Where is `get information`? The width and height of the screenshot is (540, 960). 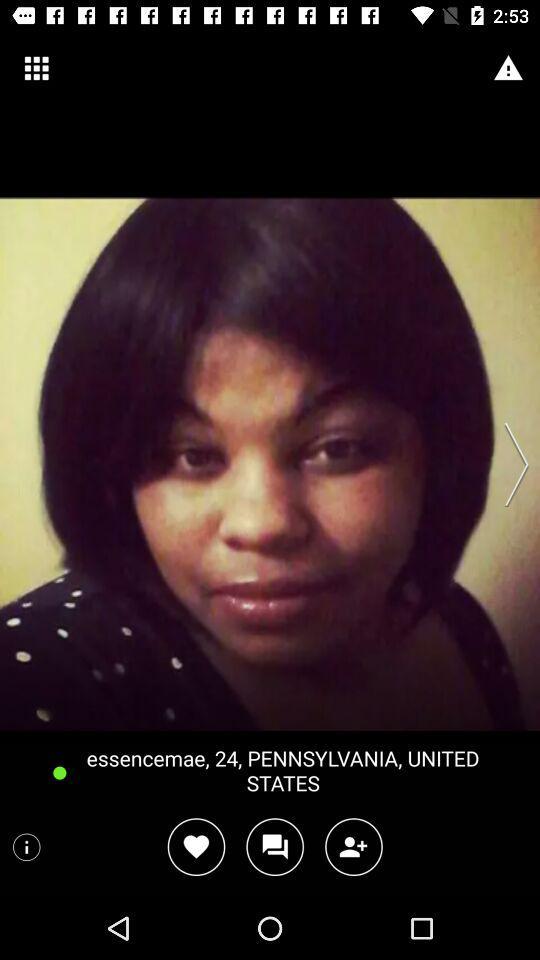 get information is located at coordinates (25, 846).